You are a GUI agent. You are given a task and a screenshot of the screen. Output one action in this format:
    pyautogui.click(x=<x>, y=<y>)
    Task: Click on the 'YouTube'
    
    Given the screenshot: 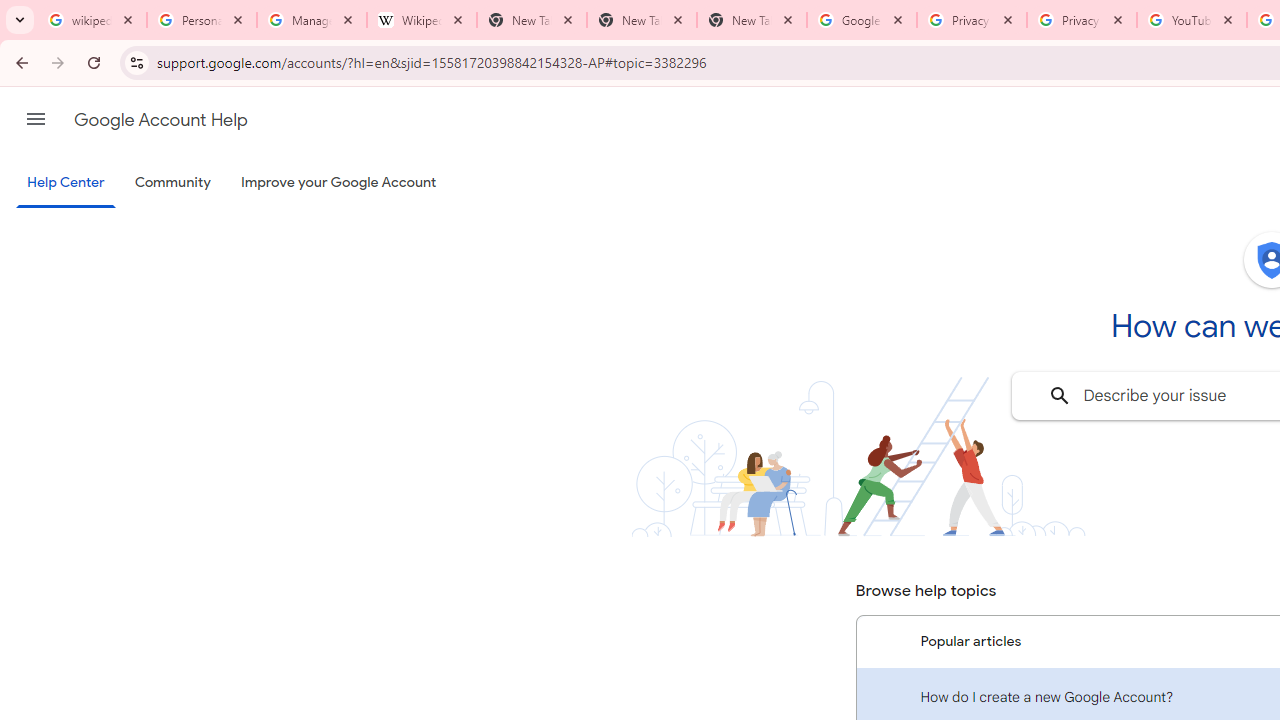 What is the action you would take?
    pyautogui.click(x=1191, y=20)
    